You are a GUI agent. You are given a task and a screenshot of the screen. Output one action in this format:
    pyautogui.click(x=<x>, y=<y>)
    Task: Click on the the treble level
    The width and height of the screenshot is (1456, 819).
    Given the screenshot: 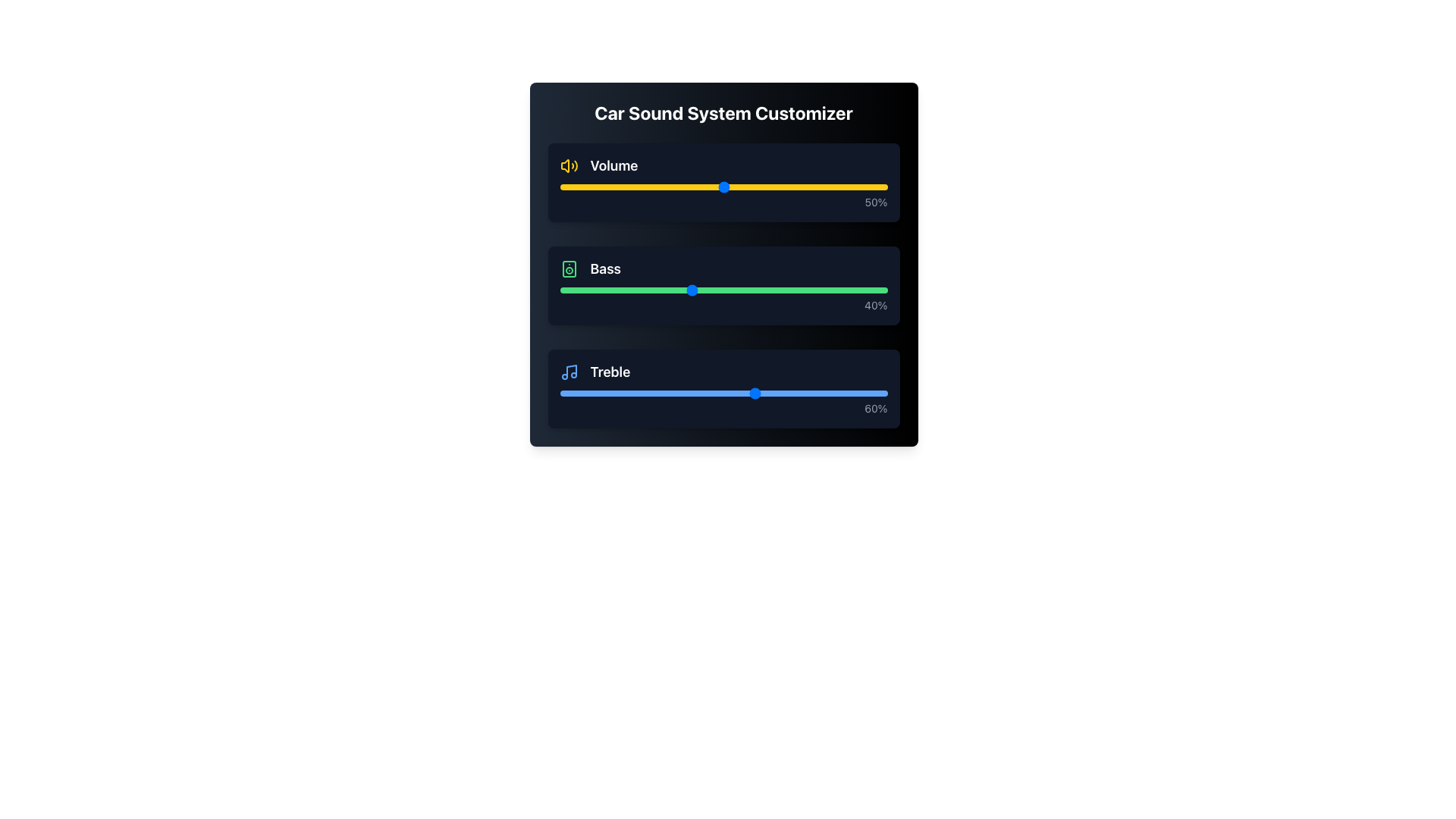 What is the action you would take?
    pyautogui.click(x=802, y=393)
    